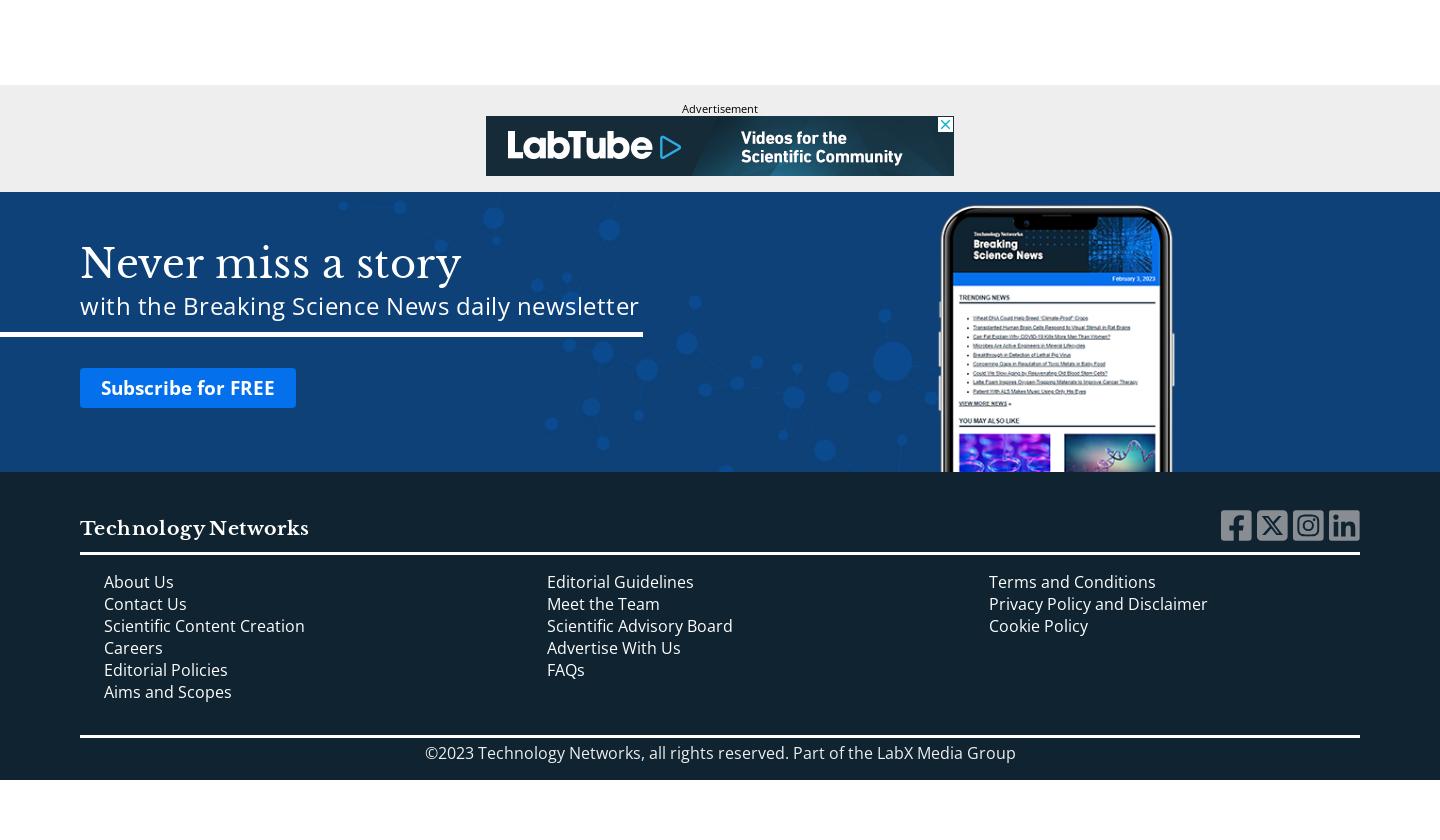  What do you see at coordinates (80, 305) in the screenshot?
I see `'with the Breaking Science News daily newsletter'` at bounding box center [80, 305].